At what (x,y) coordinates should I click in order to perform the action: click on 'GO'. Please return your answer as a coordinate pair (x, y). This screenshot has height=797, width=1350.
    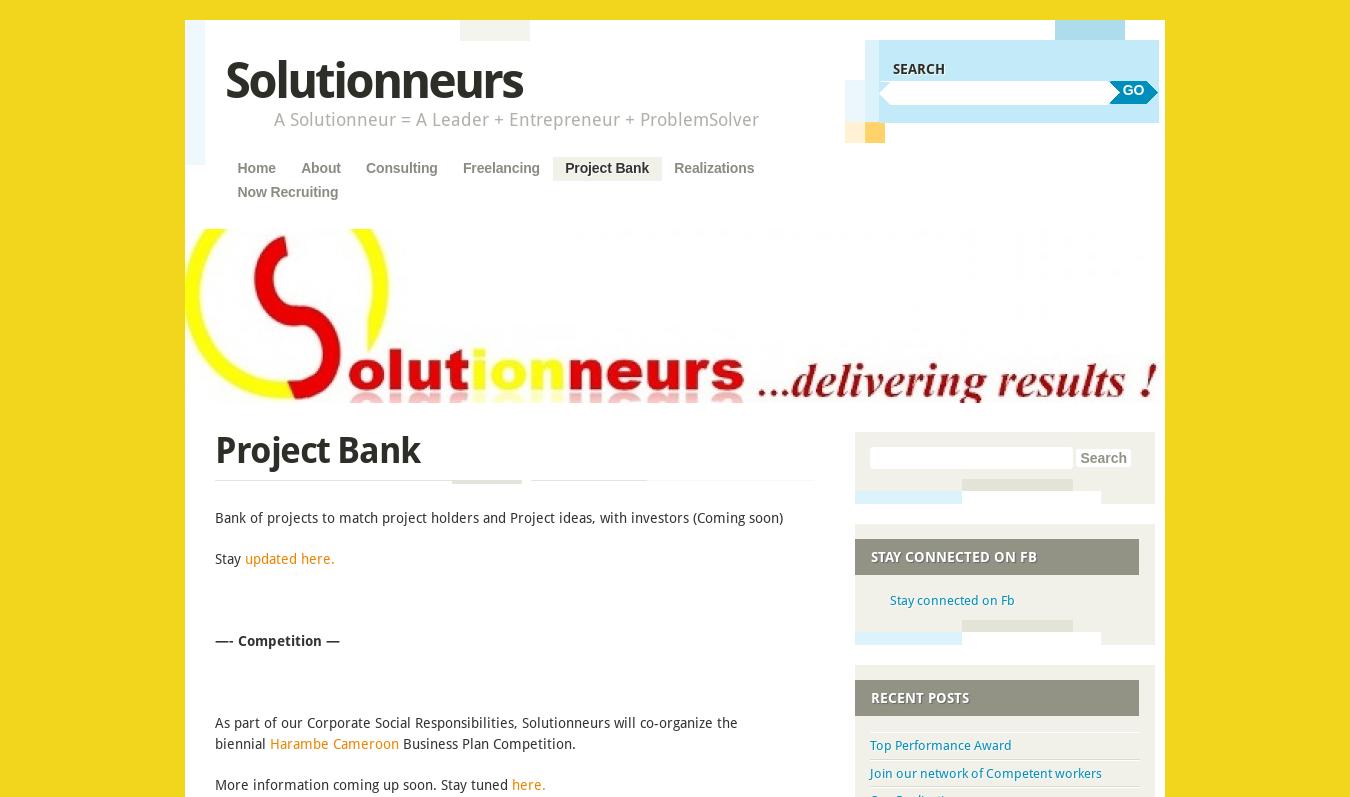
    Looking at the image, I should click on (1121, 88).